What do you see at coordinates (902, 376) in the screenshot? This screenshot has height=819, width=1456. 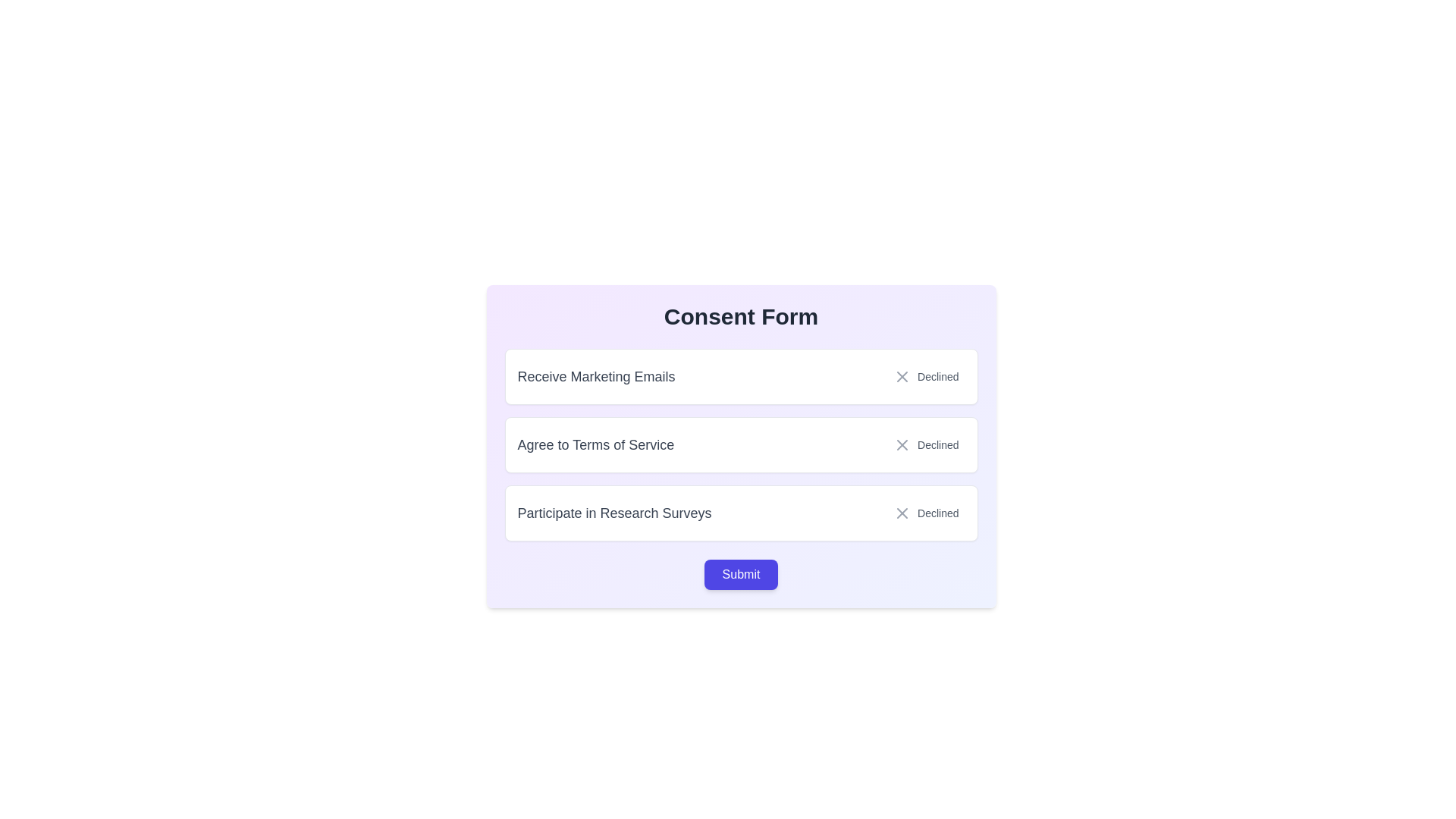 I see `the visual state of the close or decline icon component, which is represented by an 'X' shape and located in the second row of the consent form, to the right of the 'Agree to Terms of Service' line` at bounding box center [902, 376].